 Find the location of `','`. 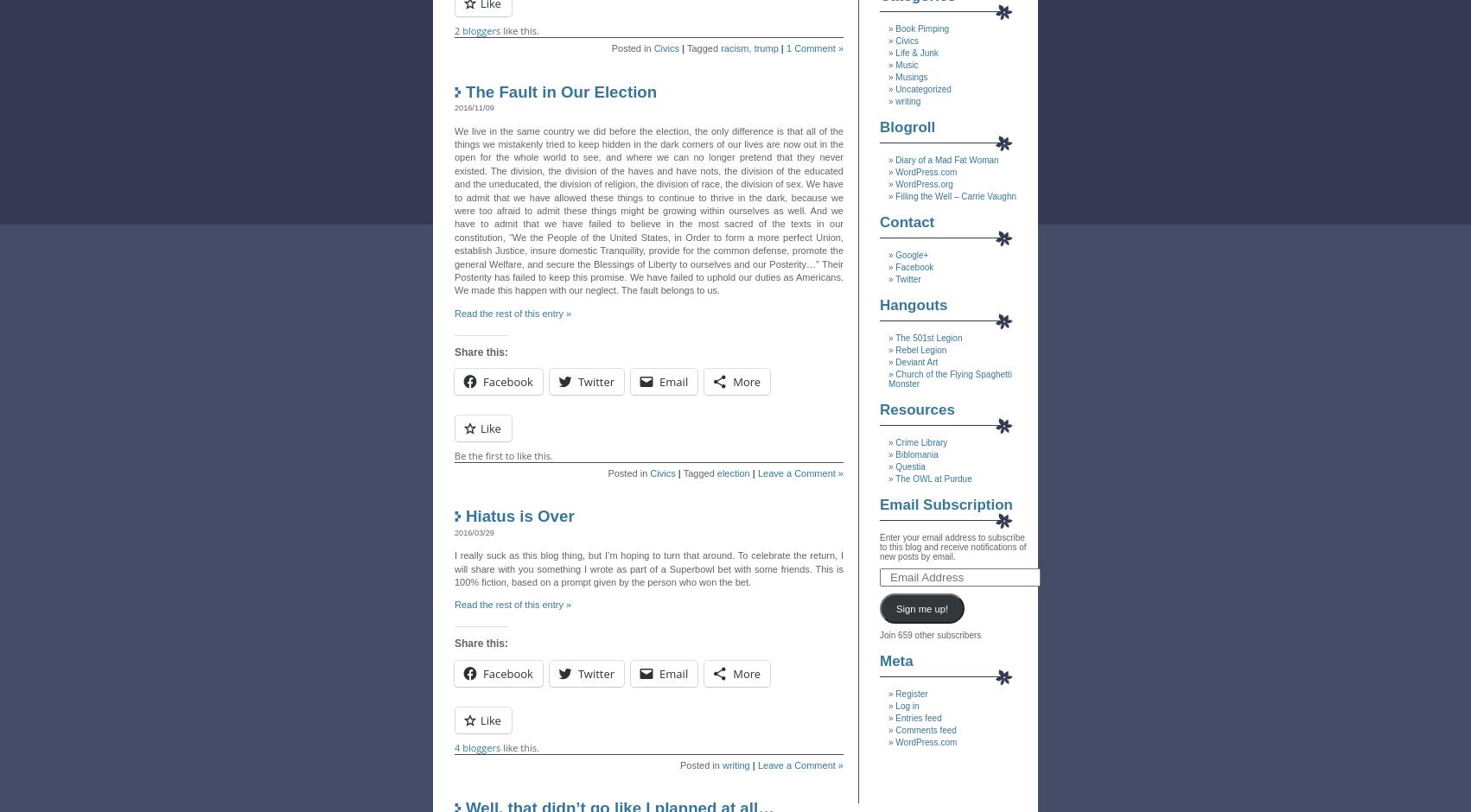

',' is located at coordinates (751, 48).